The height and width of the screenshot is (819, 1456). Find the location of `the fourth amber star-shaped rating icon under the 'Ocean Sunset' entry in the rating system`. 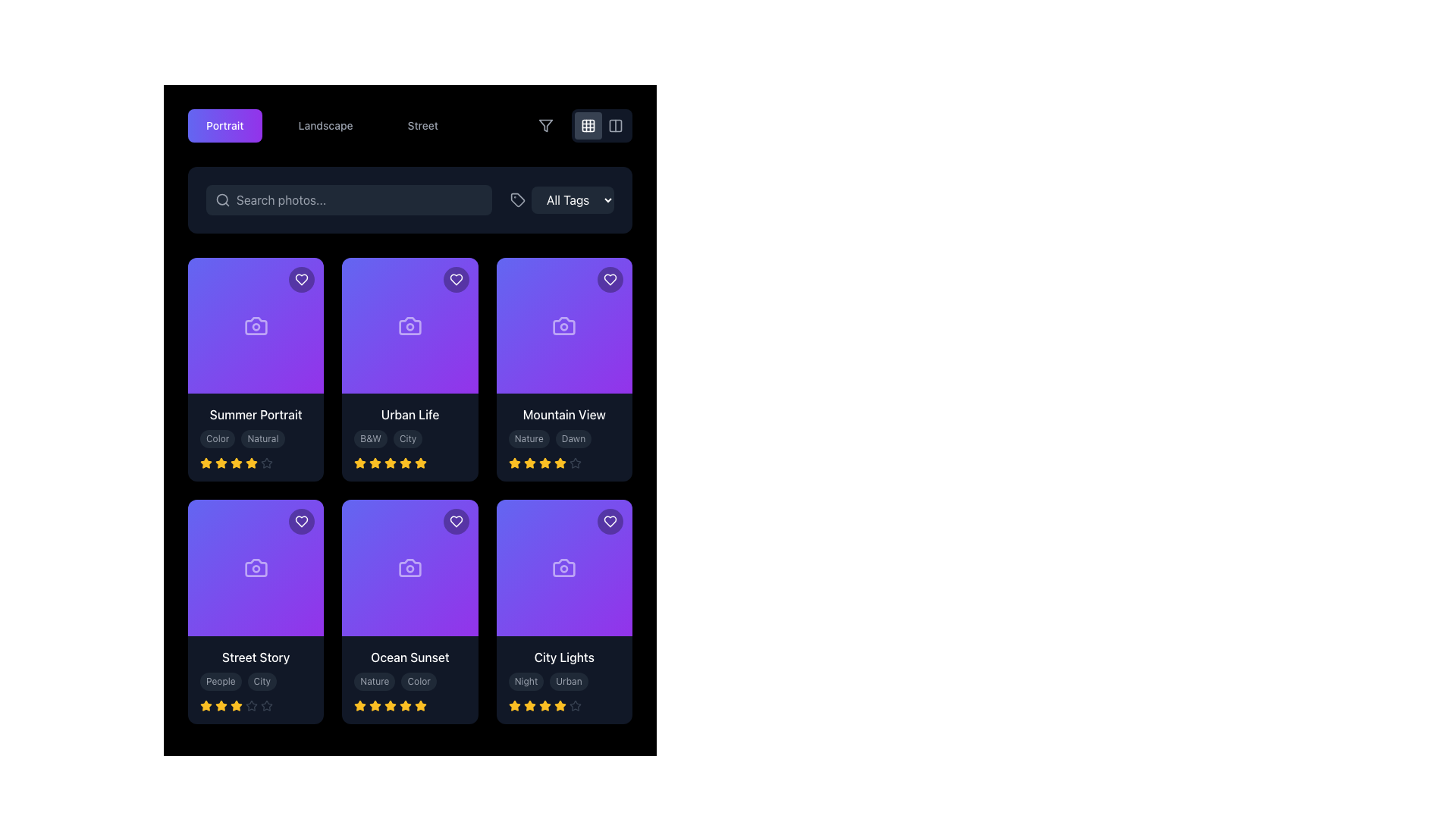

the fourth amber star-shaped rating icon under the 'Ocean Sunset' entry in the rating system is located at coordinates (391, 705).